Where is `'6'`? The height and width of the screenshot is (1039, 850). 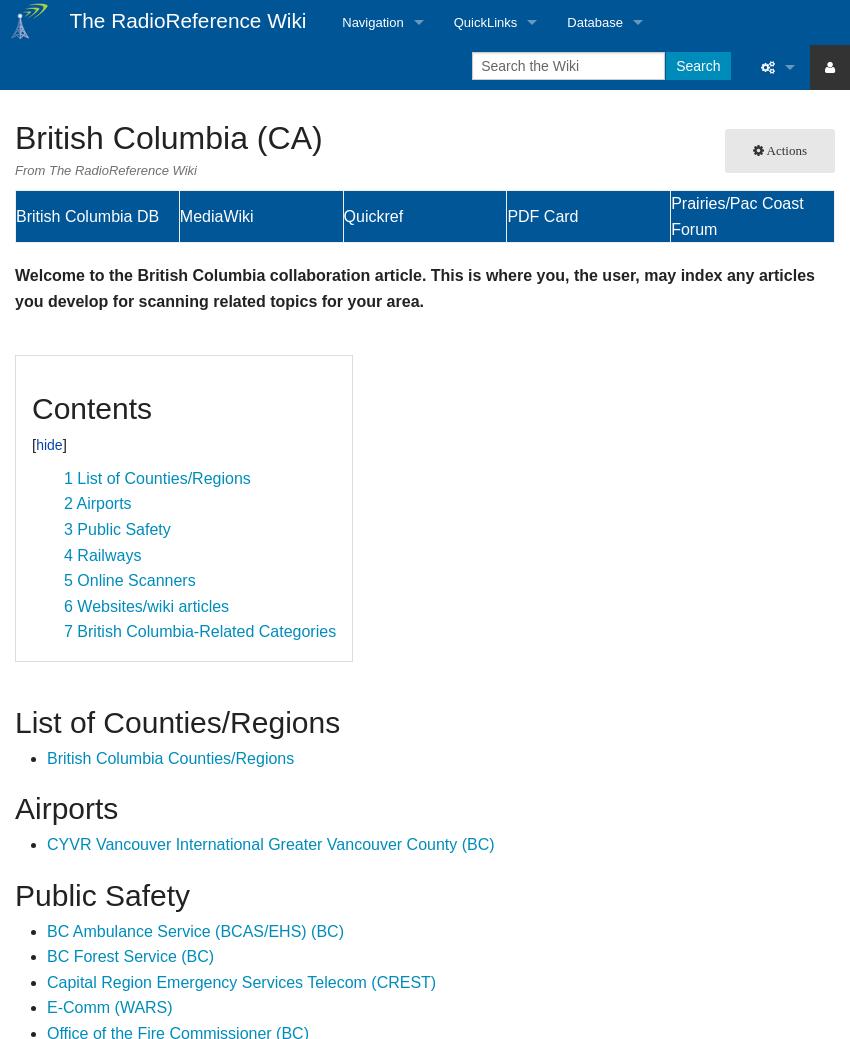
'6' is located at coordinates (64, 605).